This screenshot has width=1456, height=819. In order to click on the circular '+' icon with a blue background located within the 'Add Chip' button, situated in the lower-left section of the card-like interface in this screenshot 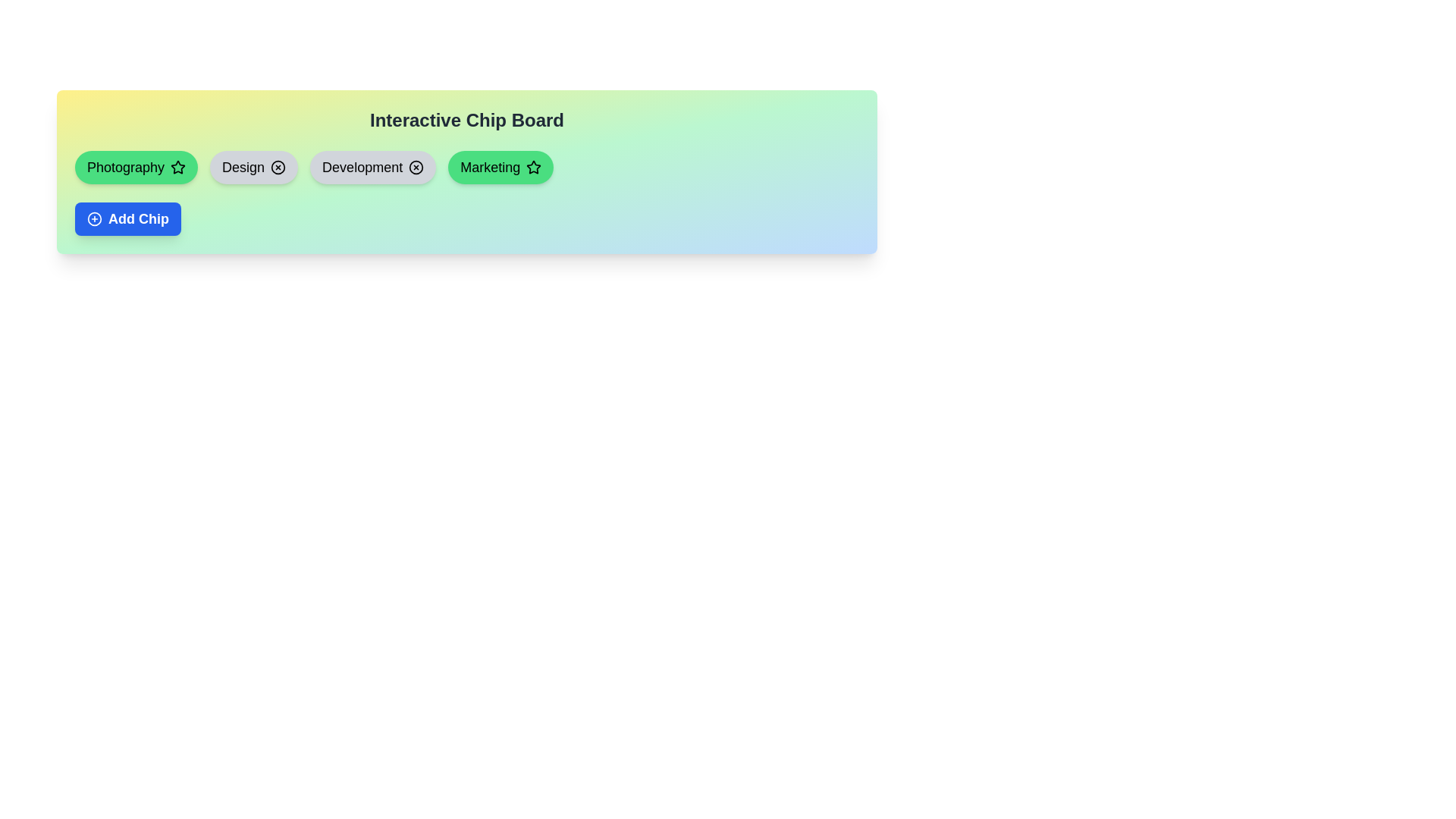, I will do `click(93, 219)`.